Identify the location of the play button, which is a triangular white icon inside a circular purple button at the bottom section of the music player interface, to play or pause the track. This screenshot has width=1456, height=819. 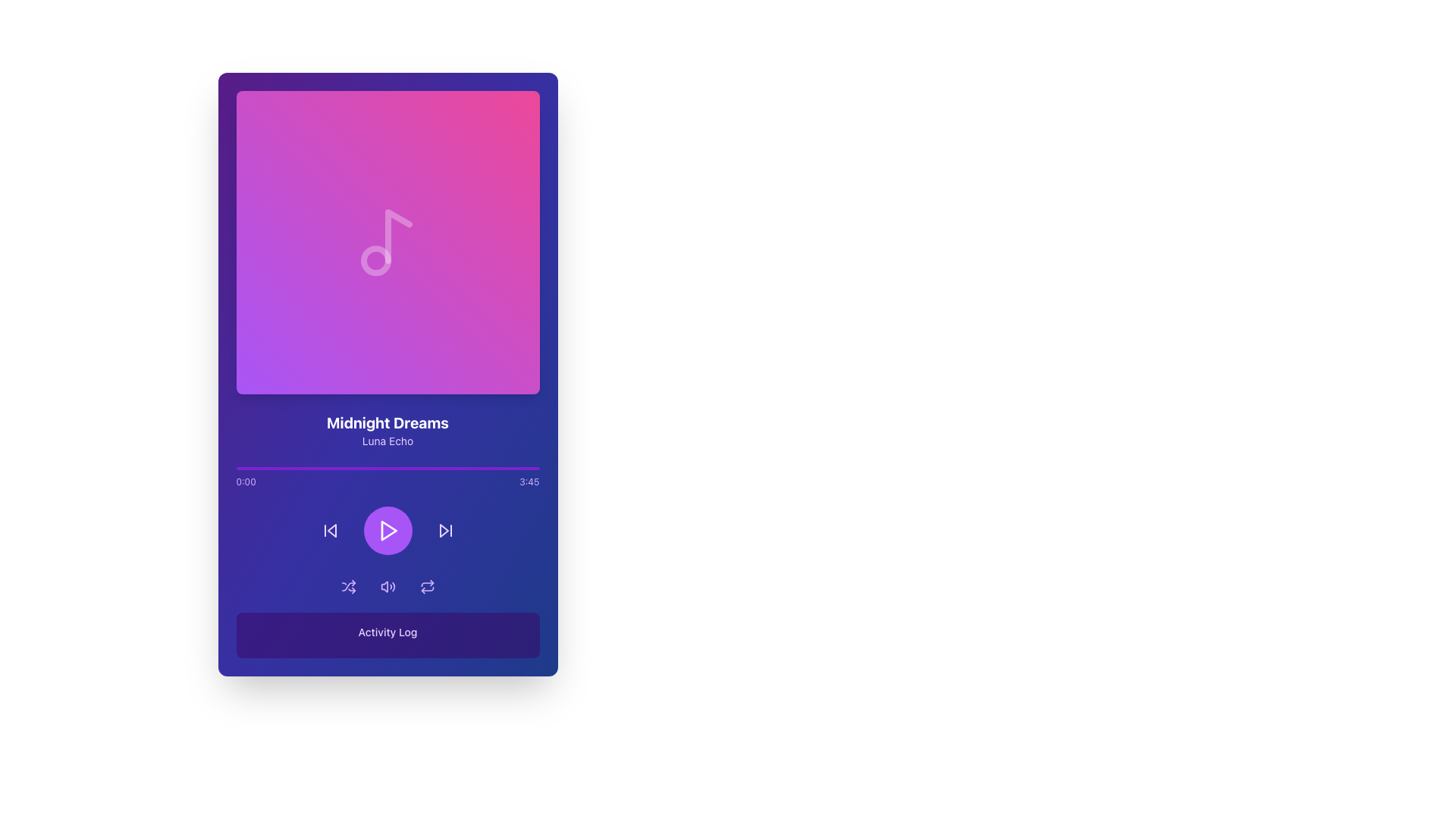
(388, 529).